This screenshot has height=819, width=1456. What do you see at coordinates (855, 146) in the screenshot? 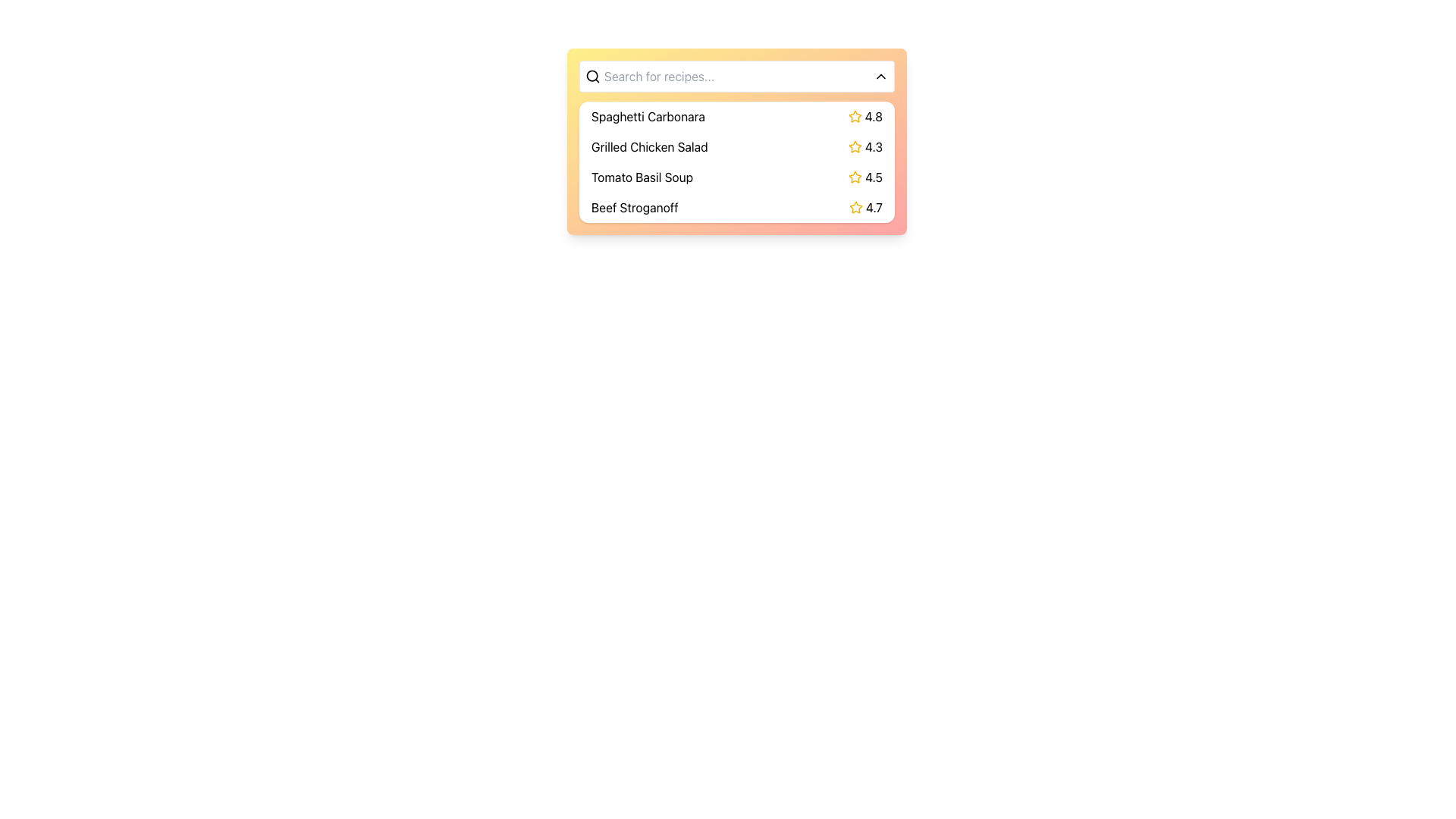
I see `the yellow star icon representing a rating for the 'Grilled Chicken Salad' recipe, located in the second row of the list` at bounding box center [855, 146].